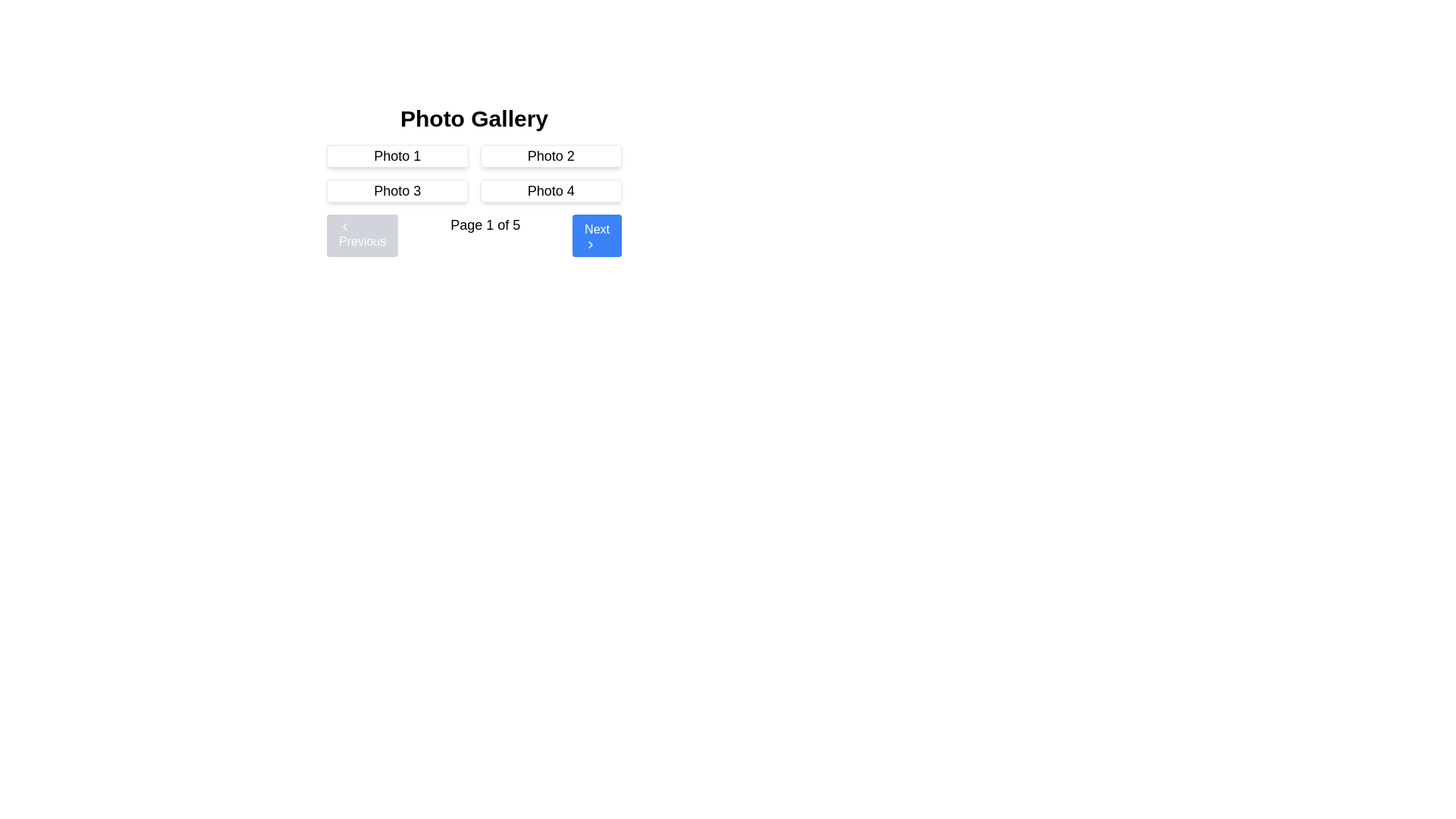  Describe the element at coordinates (590, 244) in the screenshot. I see `the 'Next' button which contains the rightward-pointing chevron arrow styled as an SVG graphic, located in the bottom-right corner of the interface under a photo gallery` at that location.